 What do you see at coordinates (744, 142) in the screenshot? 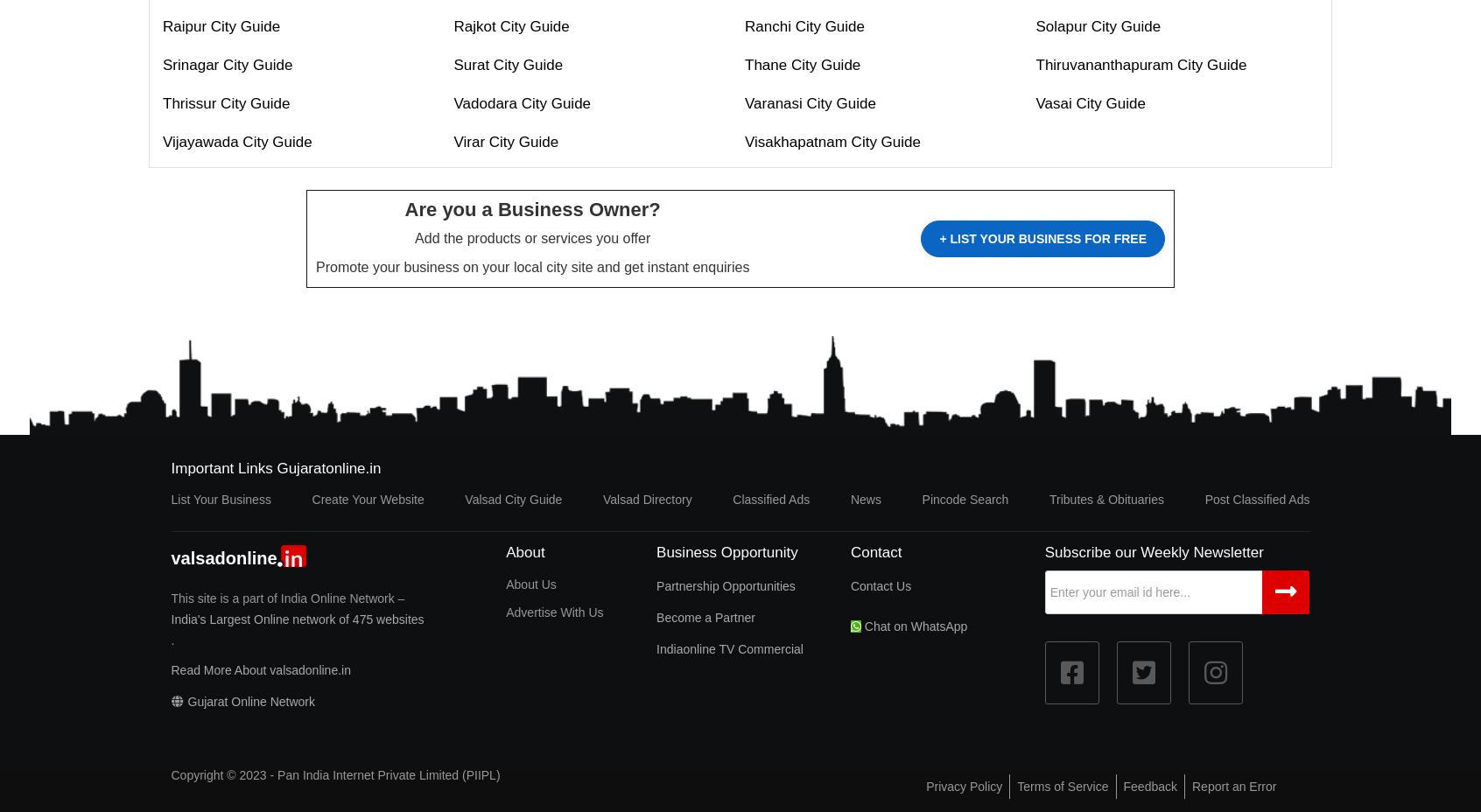
I see `'Visakhapatnam City Guide'` at bounding box center [744, 142].